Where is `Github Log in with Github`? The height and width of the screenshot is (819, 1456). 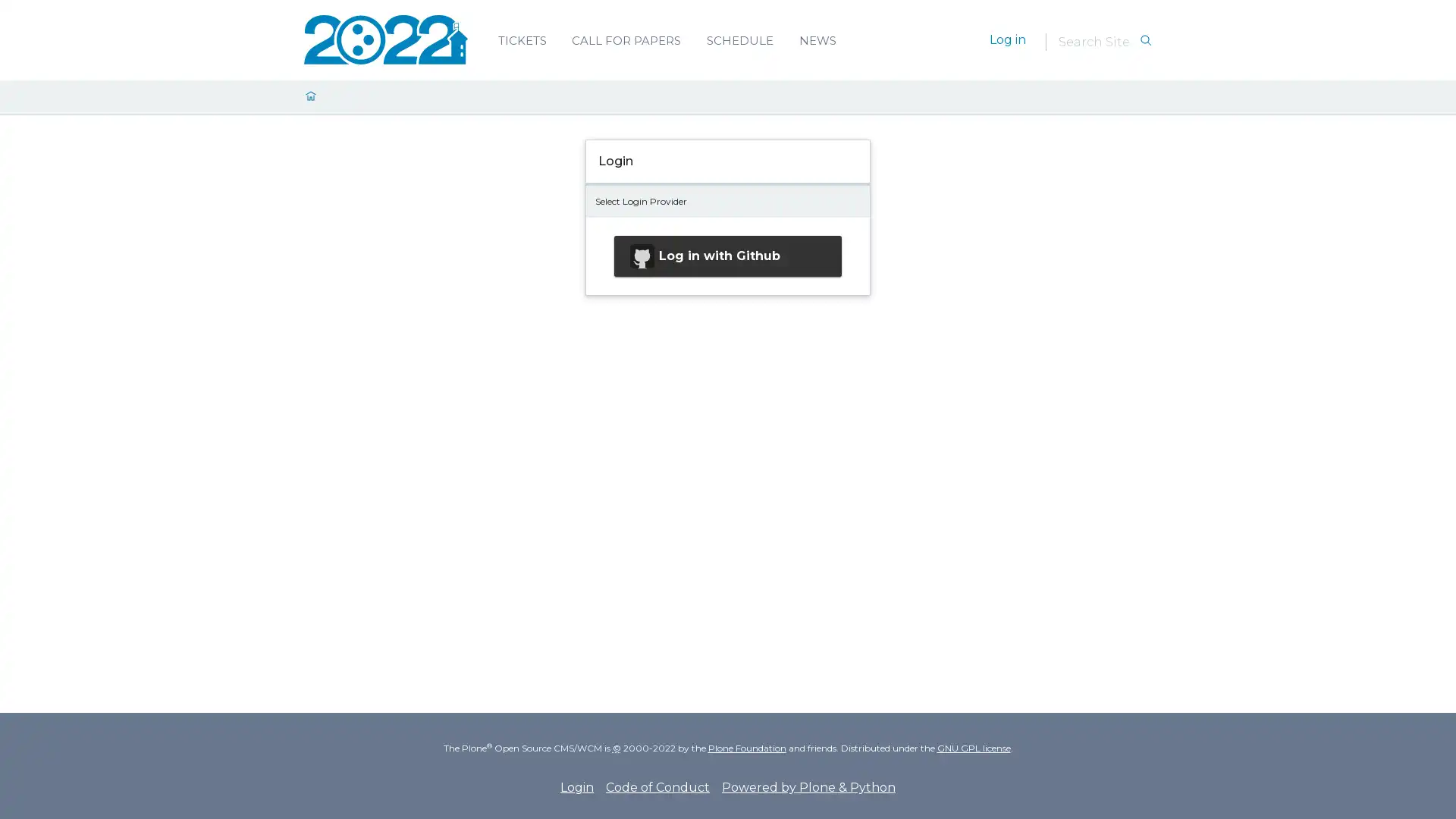 Github Log in with Github is located at coordinates (728, 254).